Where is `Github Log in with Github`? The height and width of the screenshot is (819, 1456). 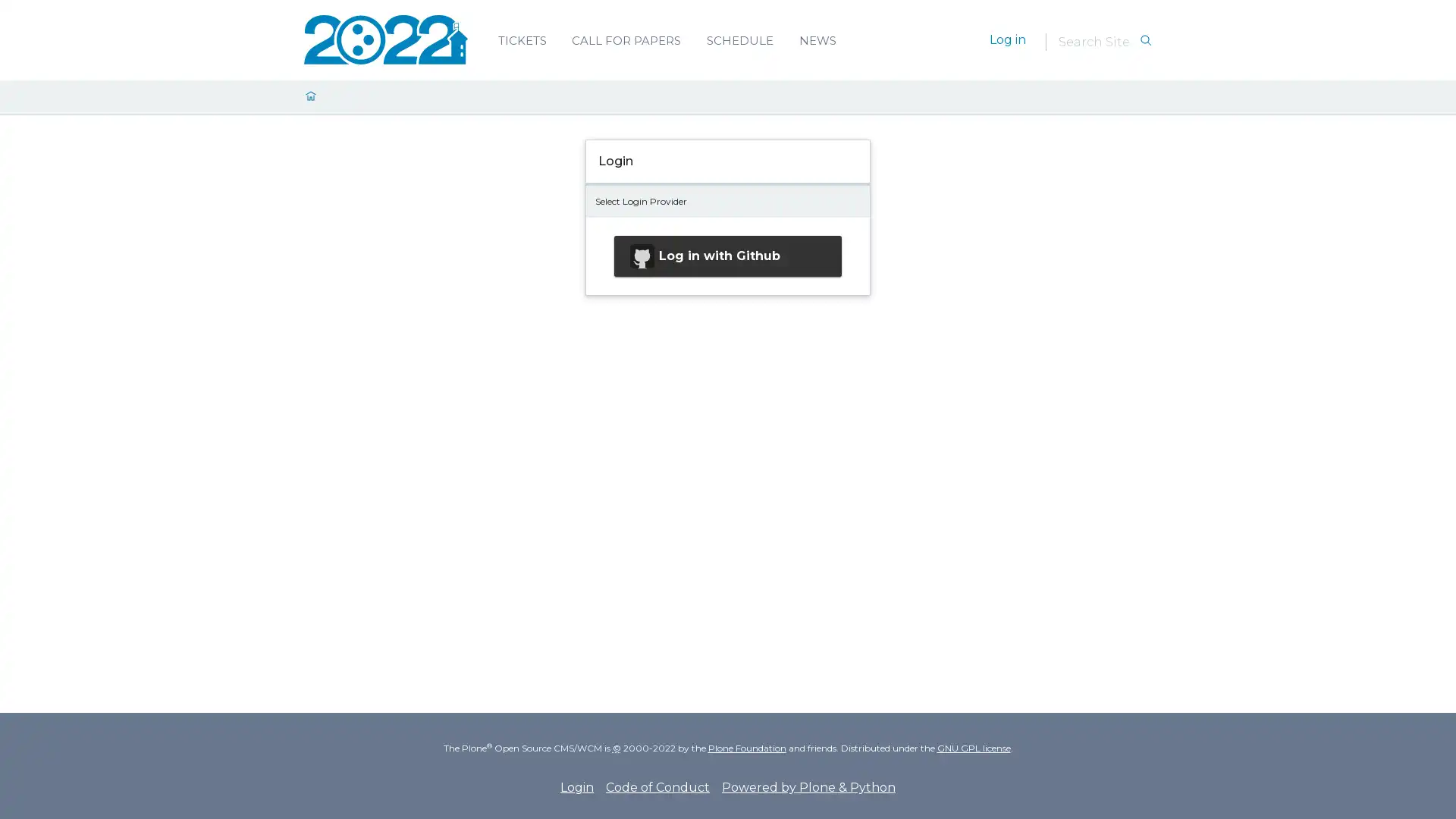 Github Log in with Github is located at coordinates (728, 254).